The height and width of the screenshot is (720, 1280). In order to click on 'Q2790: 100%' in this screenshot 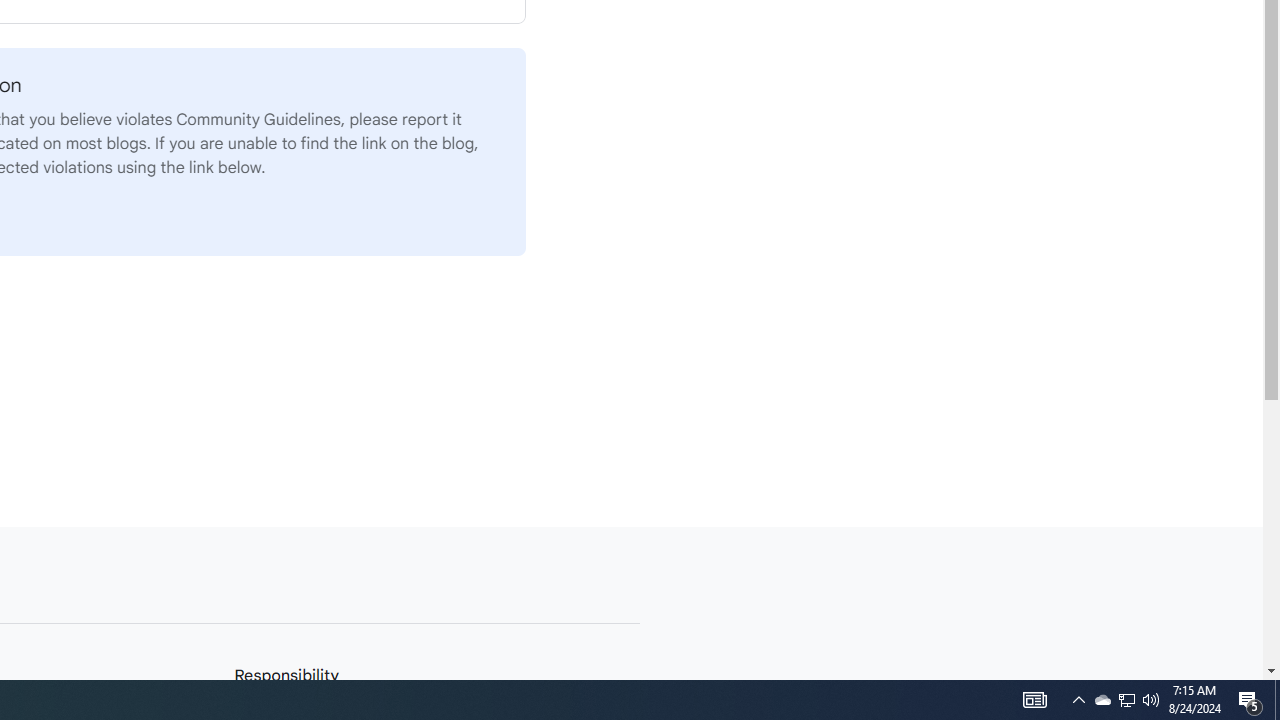, I will do `click(1127, 698)`.